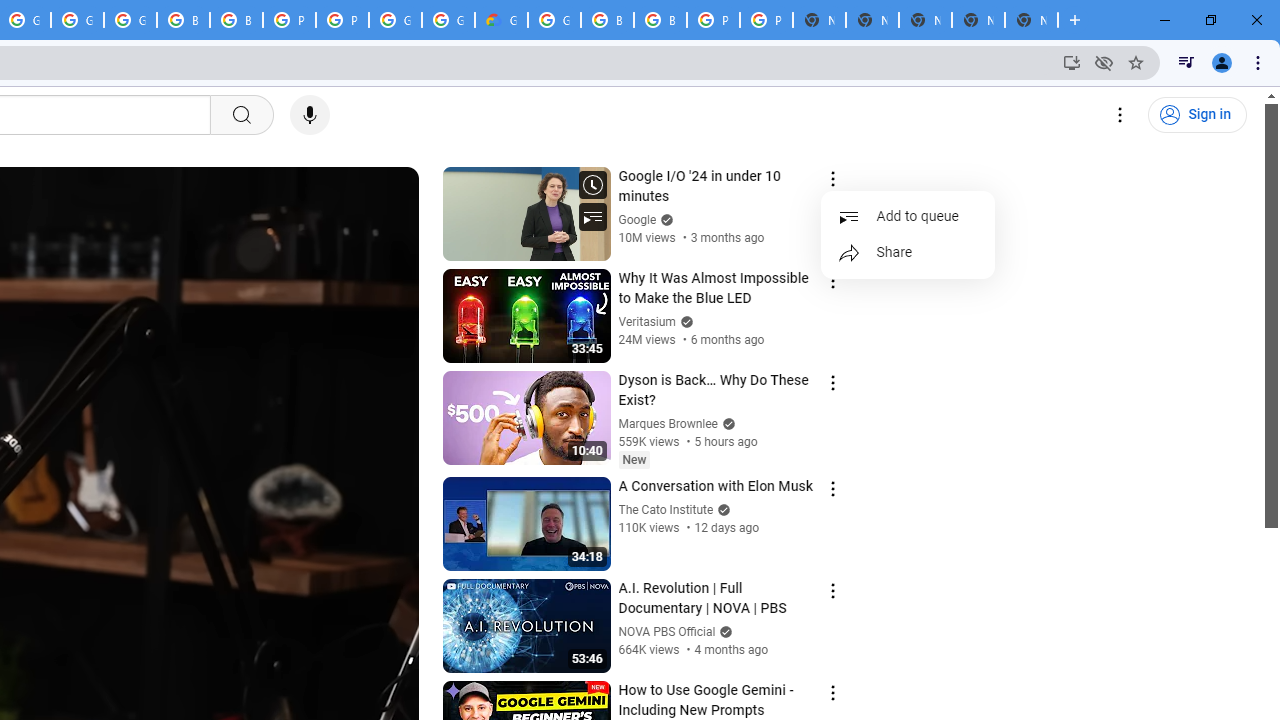 The height and width of the screenshot is (720, 1280). What do you see at coordinates (395, 20) in the screenshot?
I see `'Google Cloud Platform'` at bounding box center [395, 20].